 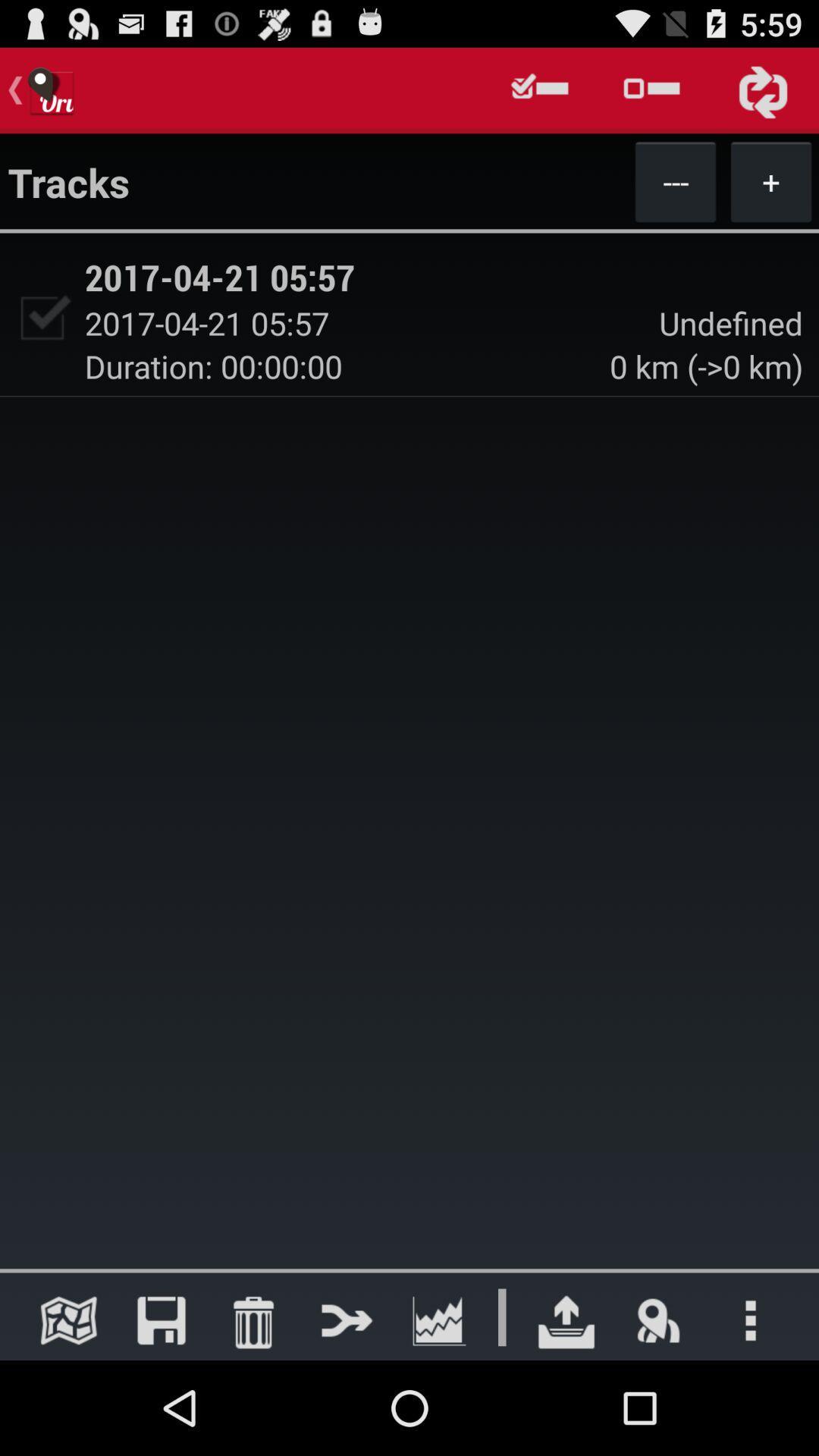 I want to click on the icon to the right of the --- item, so click(x=771, y=181).